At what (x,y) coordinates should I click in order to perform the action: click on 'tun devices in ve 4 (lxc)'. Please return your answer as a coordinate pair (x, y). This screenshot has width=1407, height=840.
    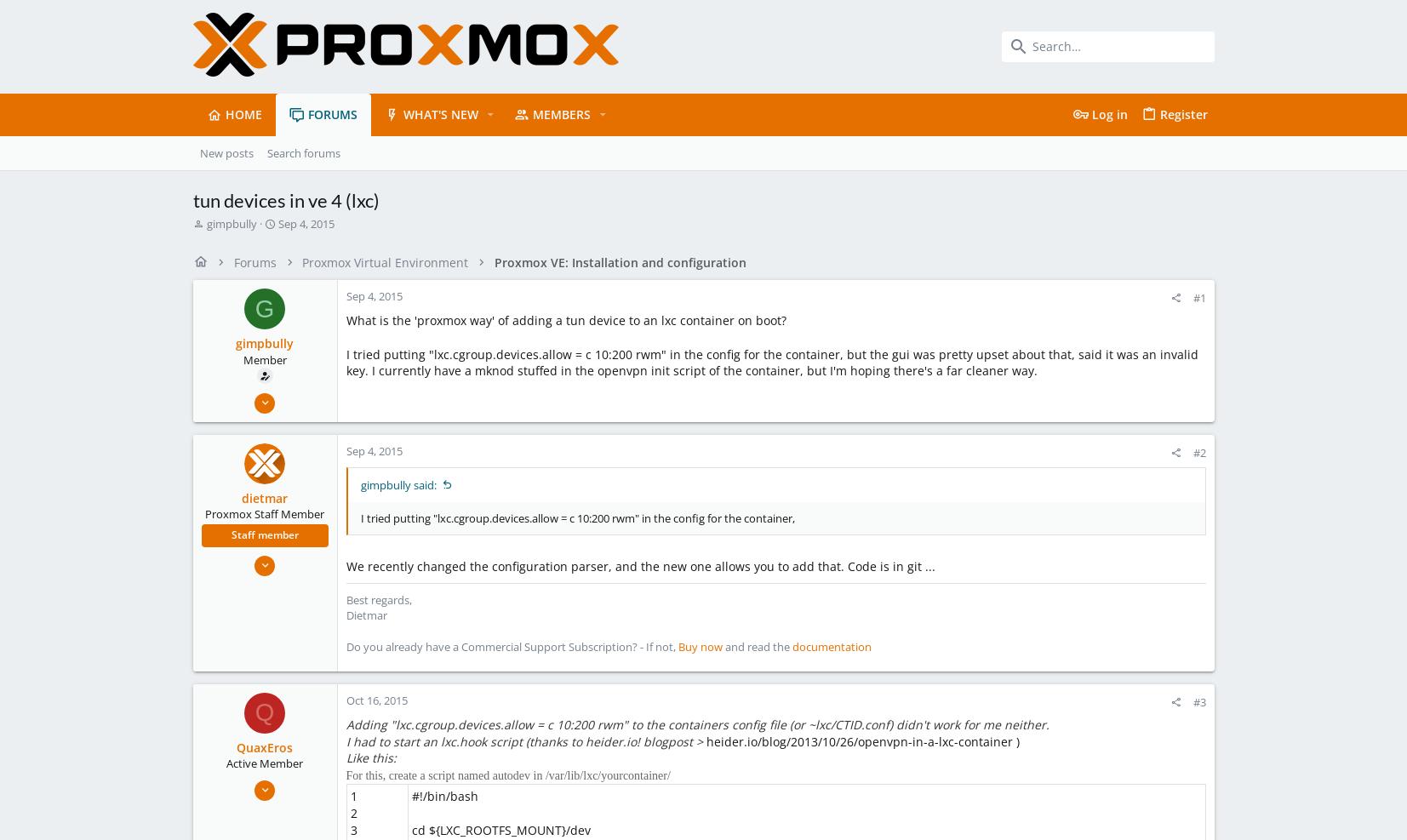
    Looking at the image, I should click on (284, 199).